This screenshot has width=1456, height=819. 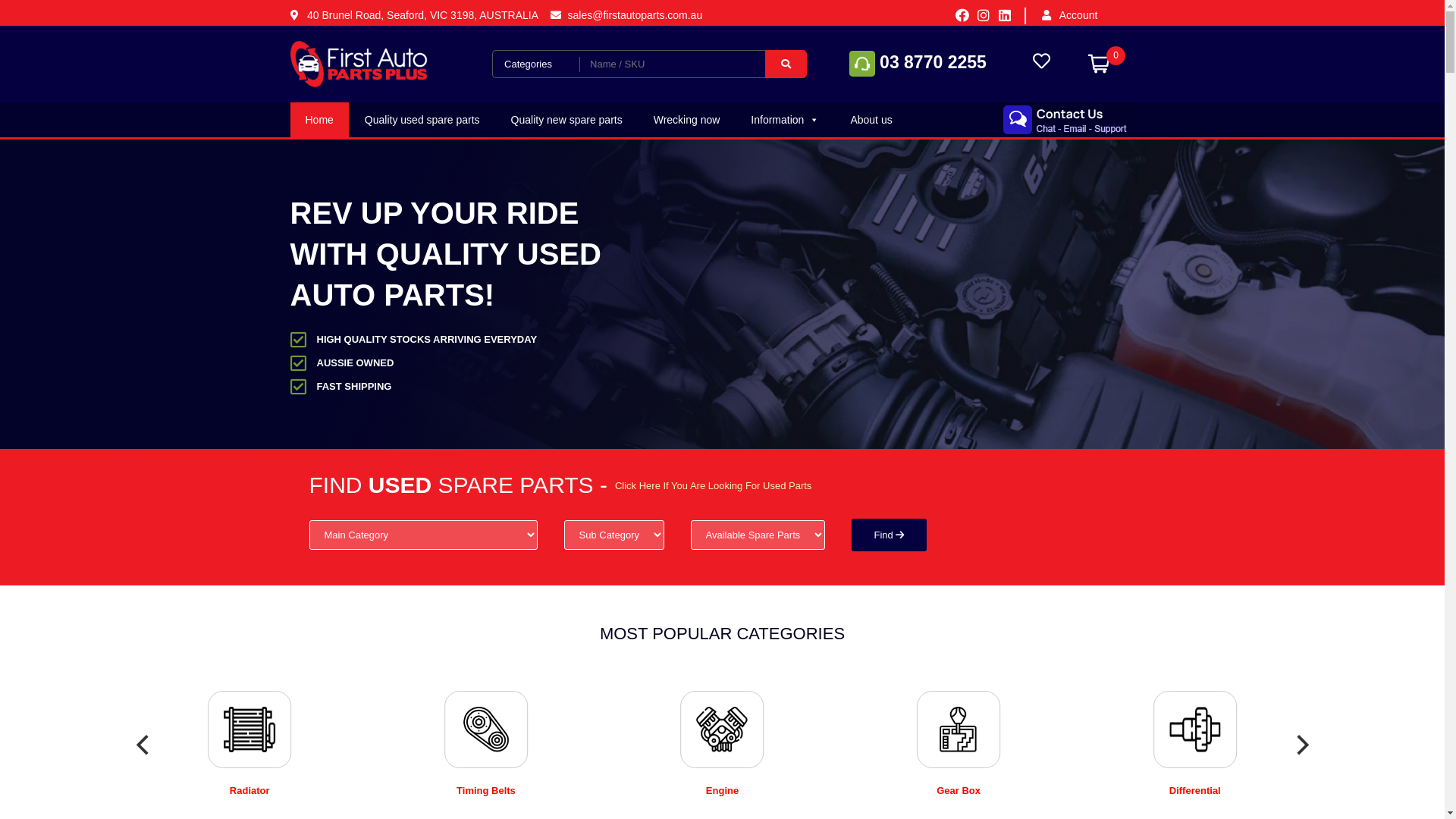 What do you see at coordinates (917, 61) in the screenshot?
I see `'03 8770 2255'` at bounding box center [917, 61].